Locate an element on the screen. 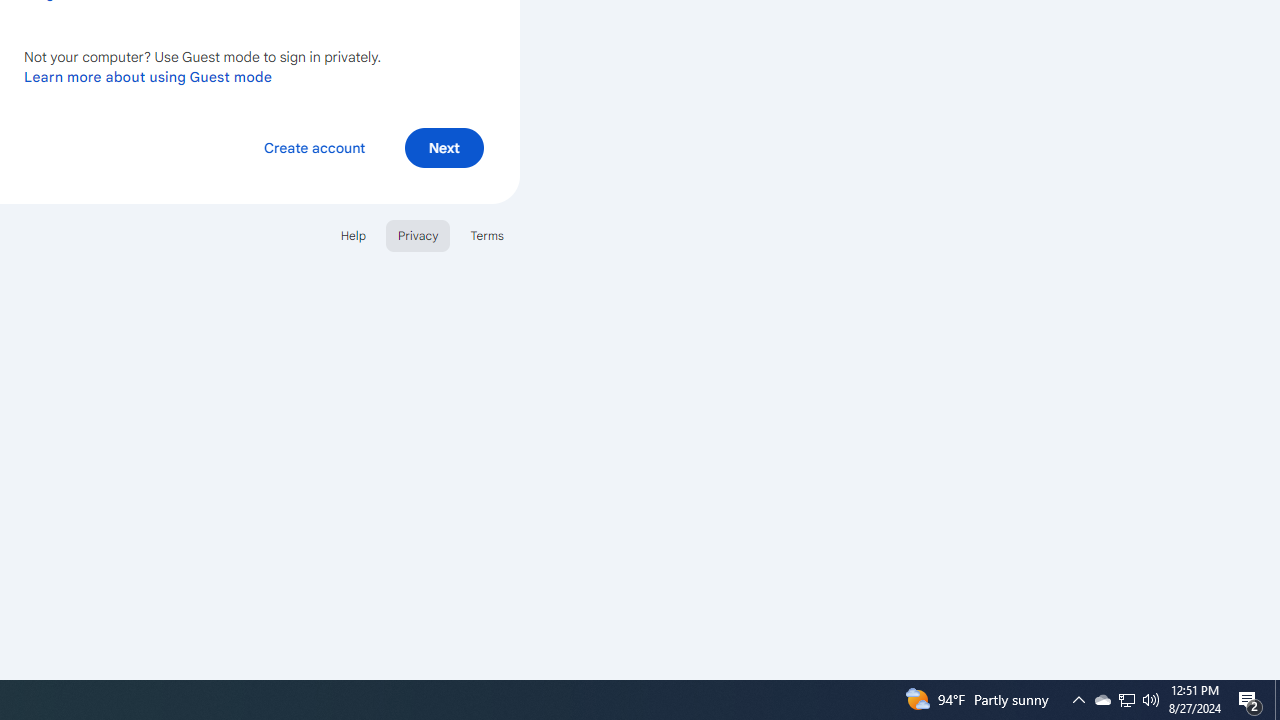 Image resolution: width=1280 pixels, height=720 pixels. 'Learn more about using Guest mode' is located at coordinates (147, 75).